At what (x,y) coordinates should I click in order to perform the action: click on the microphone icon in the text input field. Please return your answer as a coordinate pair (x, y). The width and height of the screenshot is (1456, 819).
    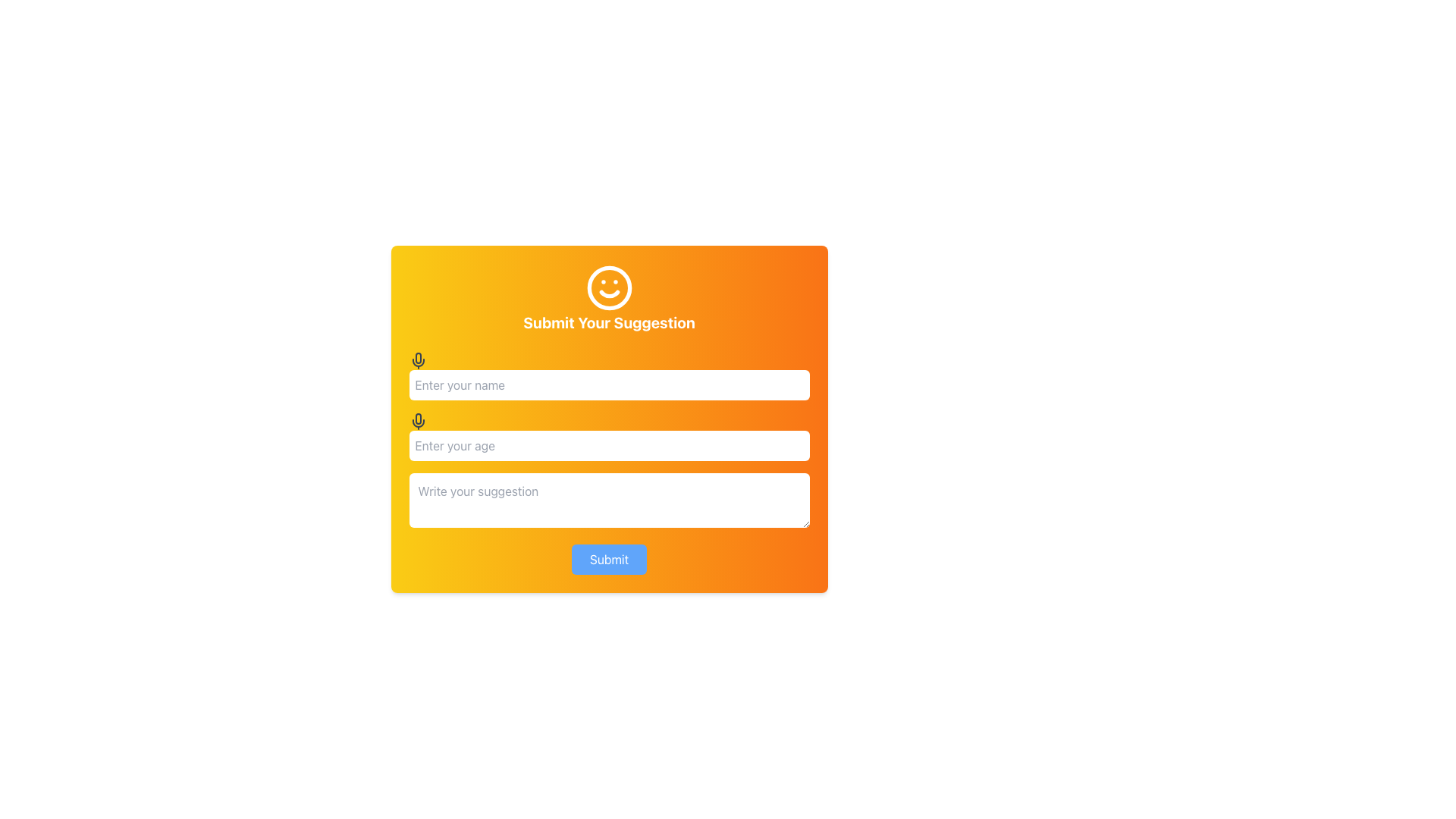
    Looking at the image, I should click on (609, 436).